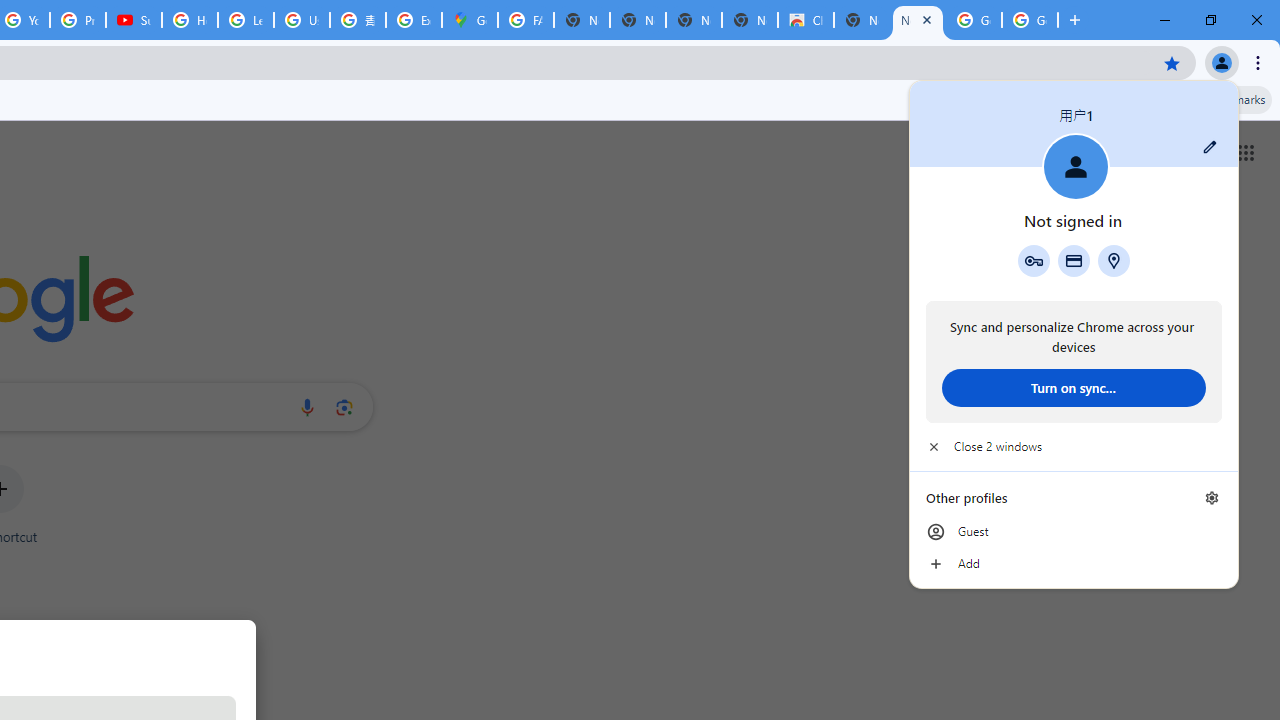  Describe the element at coordinates (1030, 20) in the screenshot. I see `'Google Images'` at that location.